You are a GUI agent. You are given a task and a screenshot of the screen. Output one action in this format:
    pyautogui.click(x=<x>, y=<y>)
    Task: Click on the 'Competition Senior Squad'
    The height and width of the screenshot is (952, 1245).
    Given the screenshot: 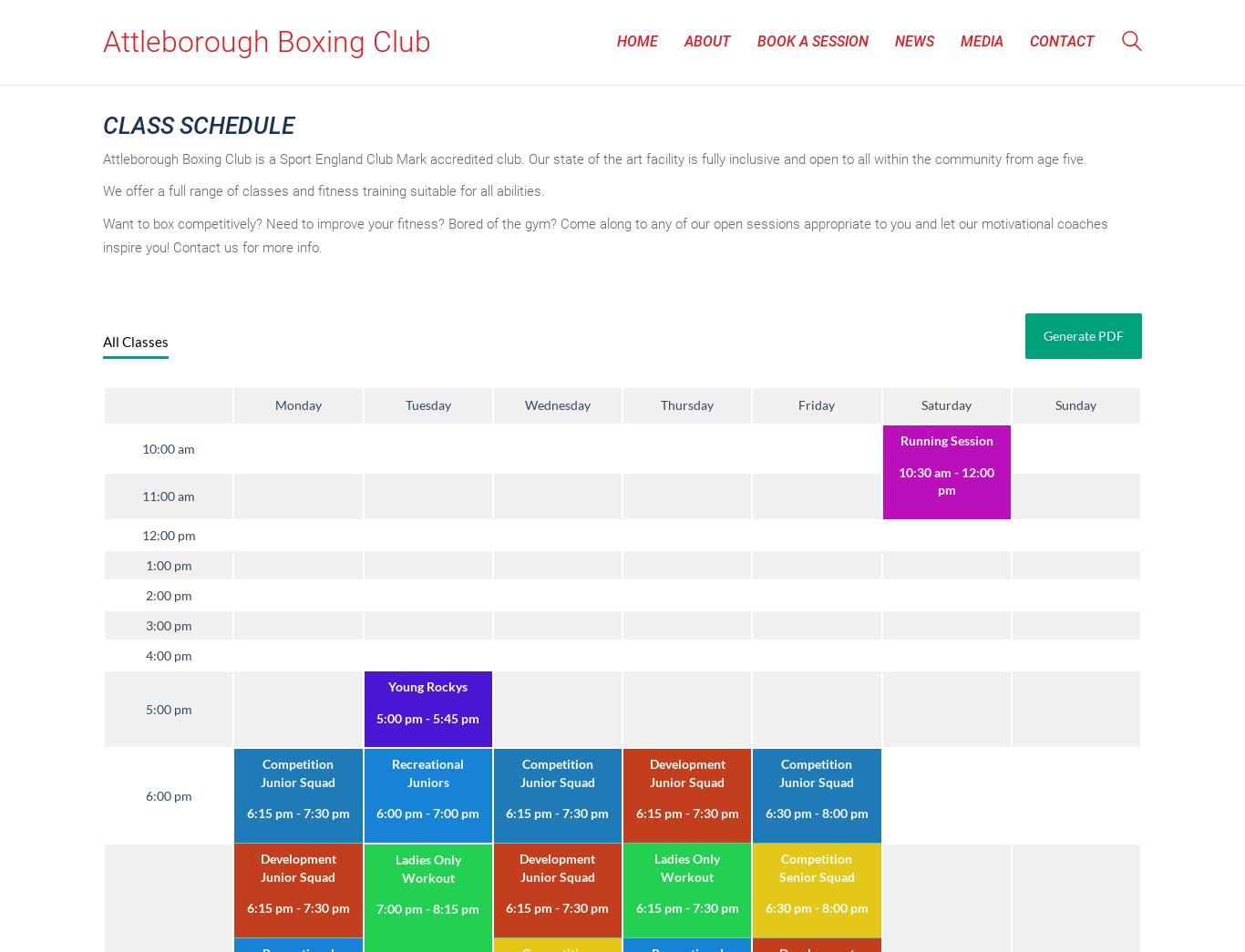 What is the action you would take?
    pyautogui.click(x=777, y=865)
    